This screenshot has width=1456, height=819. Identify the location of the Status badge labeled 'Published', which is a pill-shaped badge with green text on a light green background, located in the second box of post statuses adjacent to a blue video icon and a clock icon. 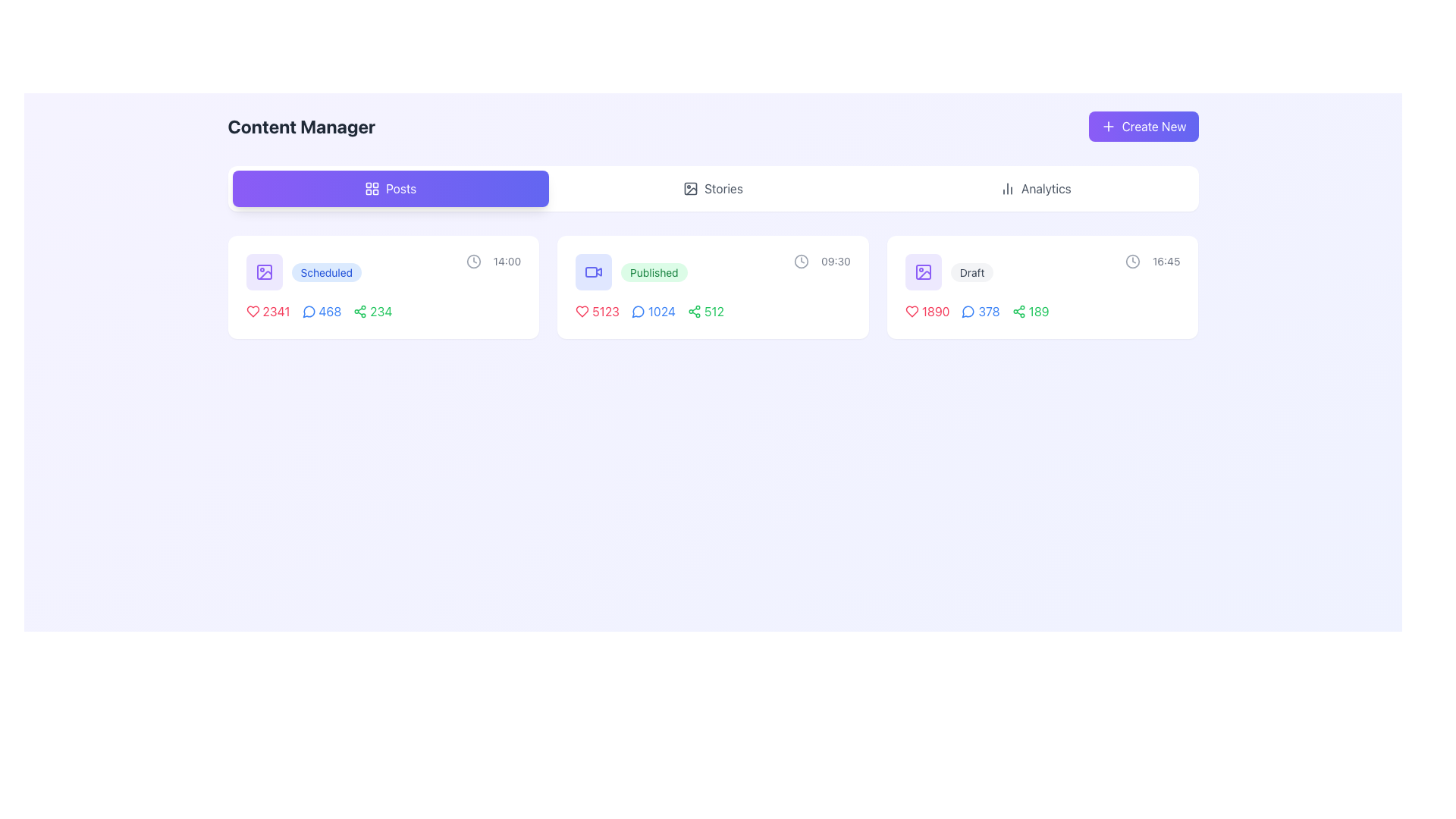
(631, 271).